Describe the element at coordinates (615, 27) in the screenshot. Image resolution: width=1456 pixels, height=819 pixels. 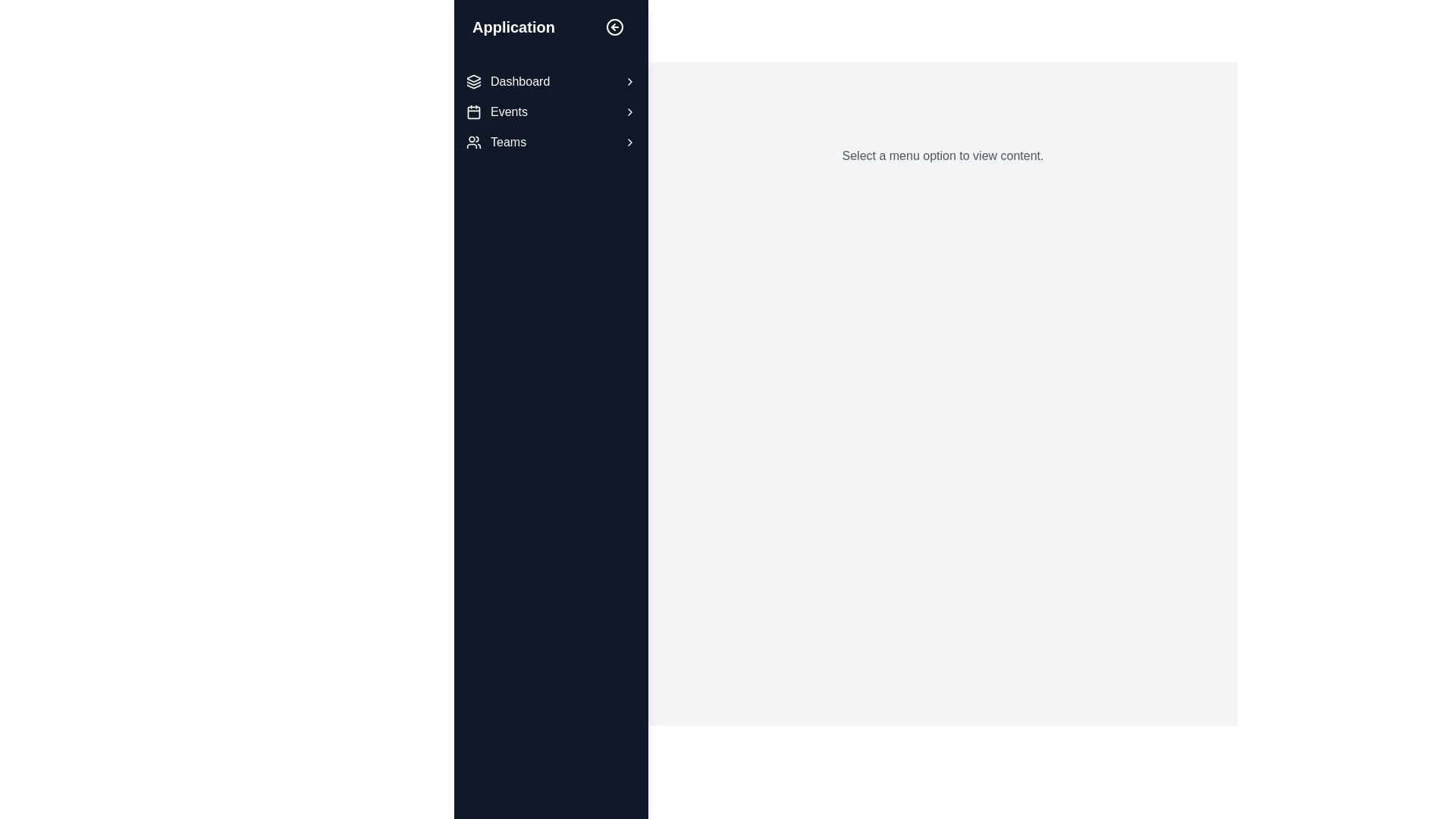
I see `SVG circle outline that forms part of a circular arrow graphic located at the top right of the sidebar section` at that location.